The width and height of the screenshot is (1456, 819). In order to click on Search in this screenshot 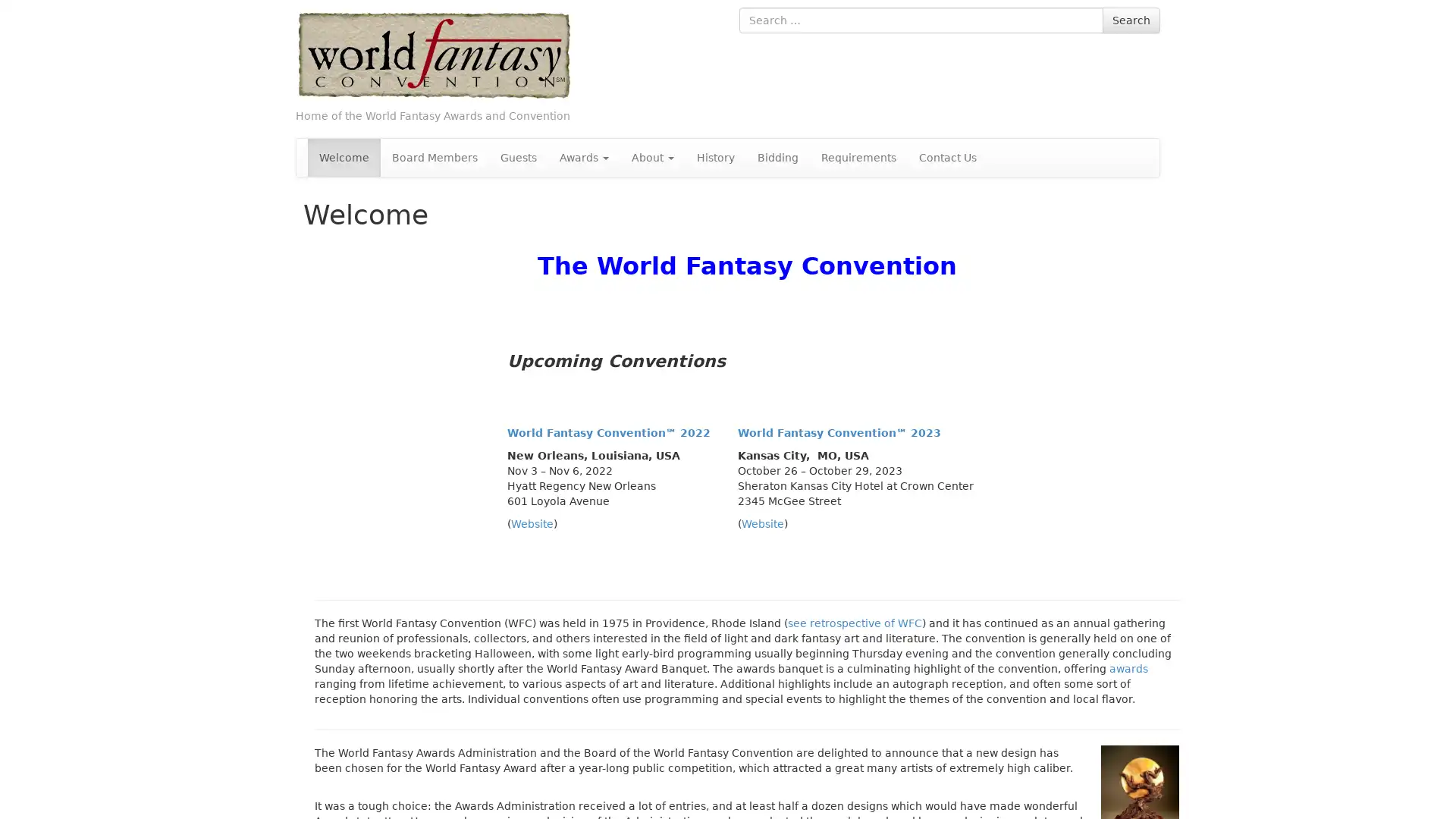, I will do `click(1131, 20)`.